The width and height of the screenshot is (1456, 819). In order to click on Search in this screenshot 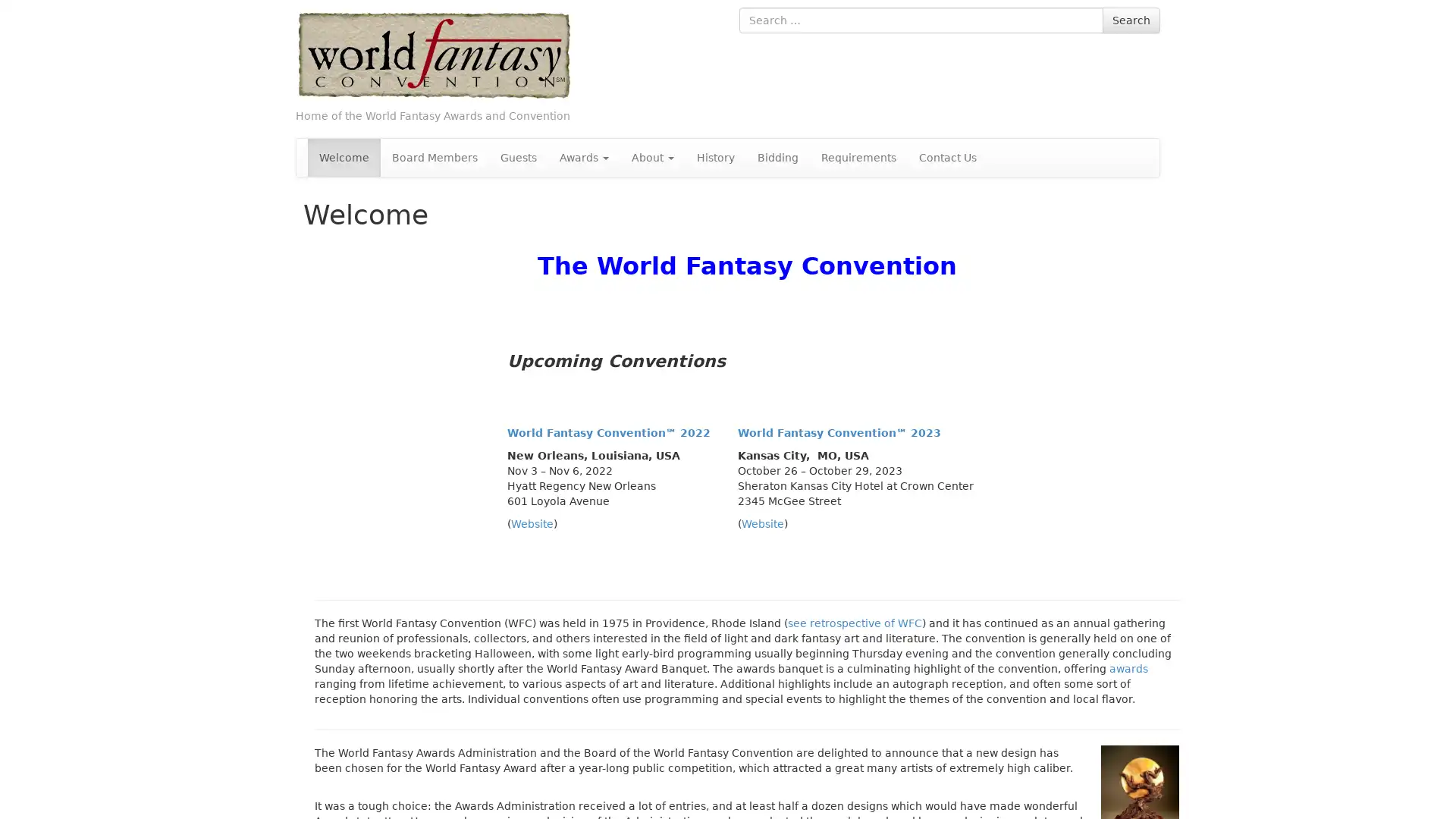, I will do `click(1131, 20)`.